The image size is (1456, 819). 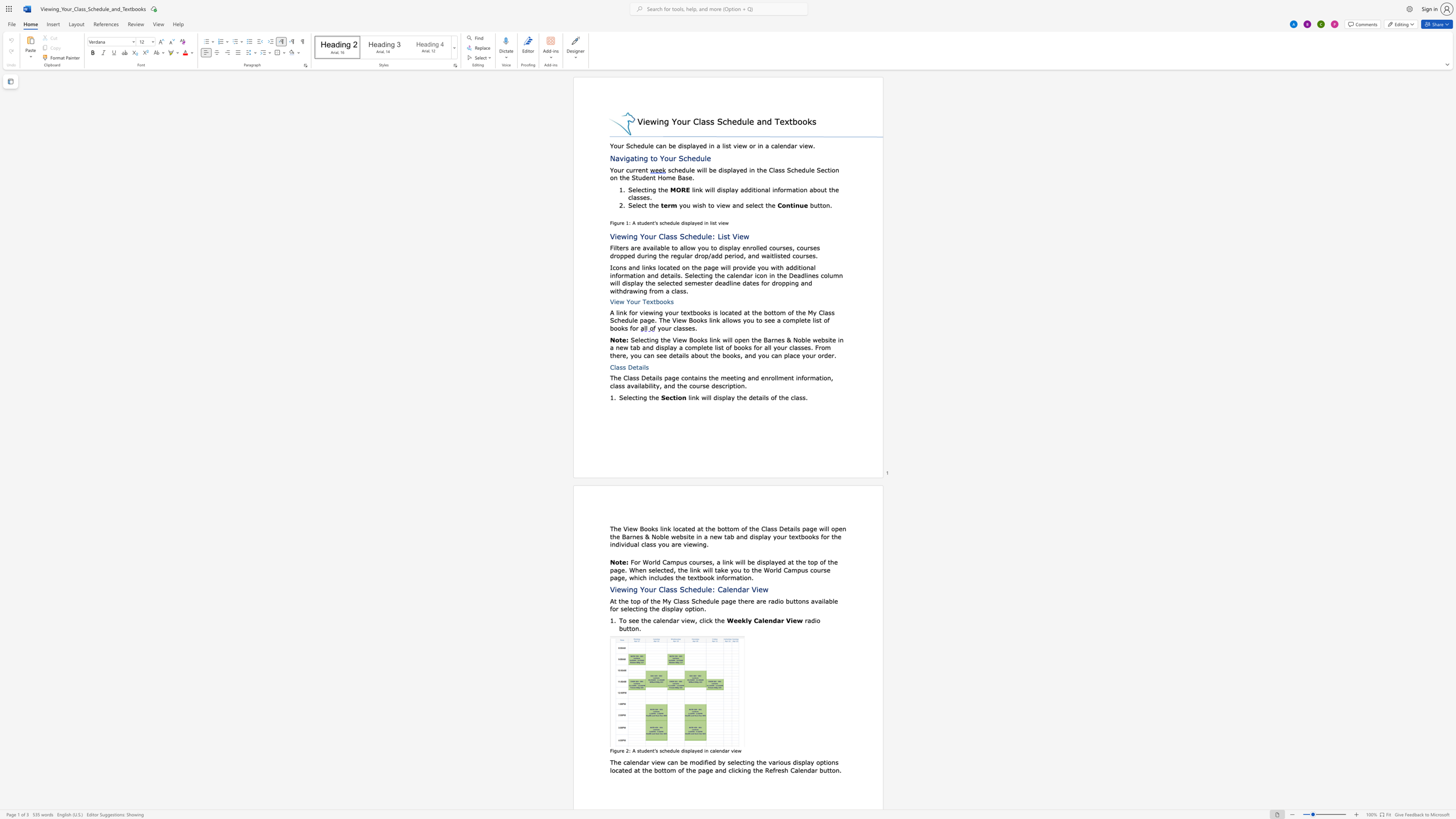 I want to click on the 2th character "h" in the text, so click(x=782, y=397).